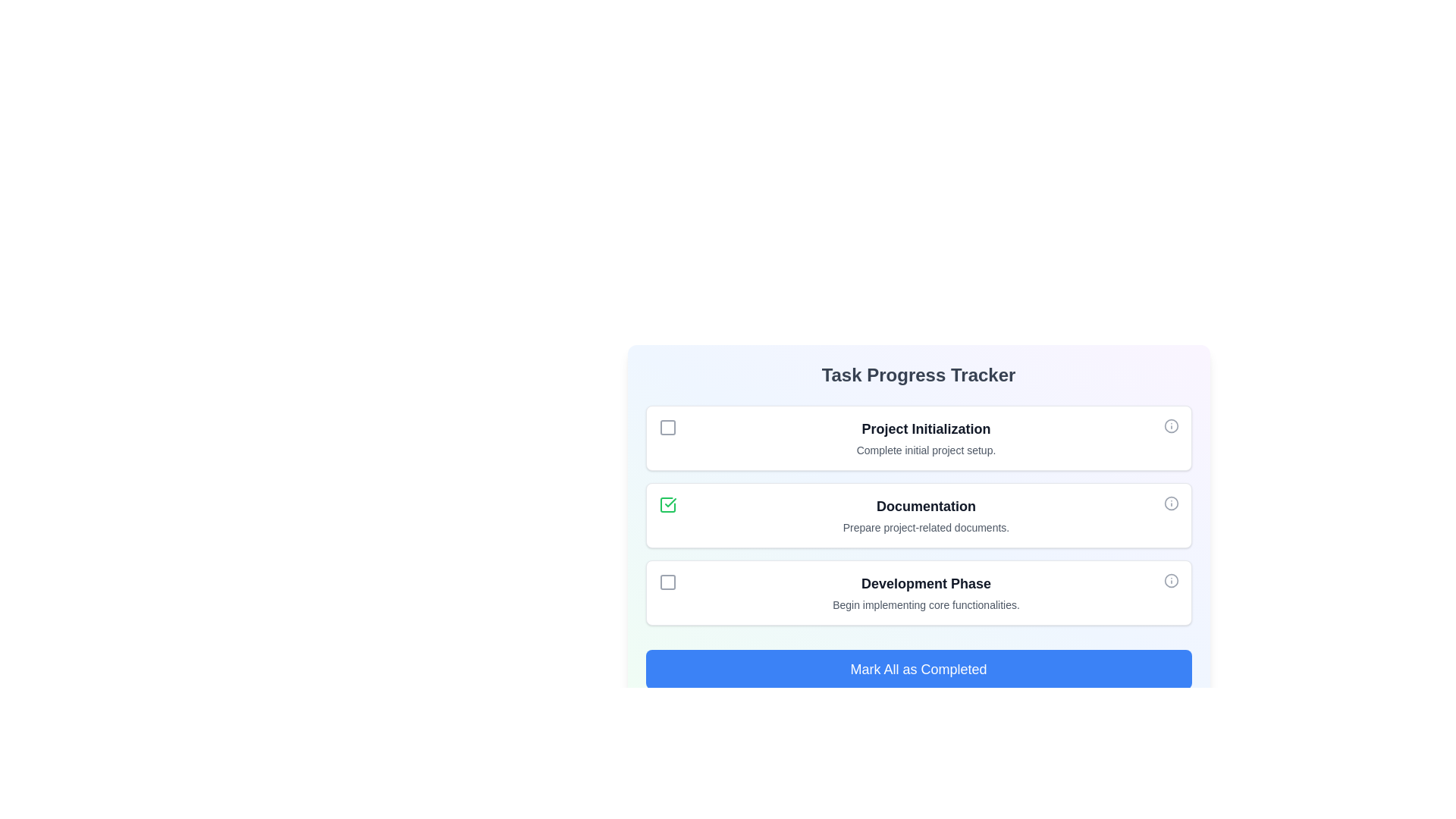 Image resolution: width=1456 pixels, height=819 pixels. Describe the element at coordinates (925, 506) in the screenshot. I see `the bold text label 'Documentation' located in the middle section of the task progress tracker` at that location.